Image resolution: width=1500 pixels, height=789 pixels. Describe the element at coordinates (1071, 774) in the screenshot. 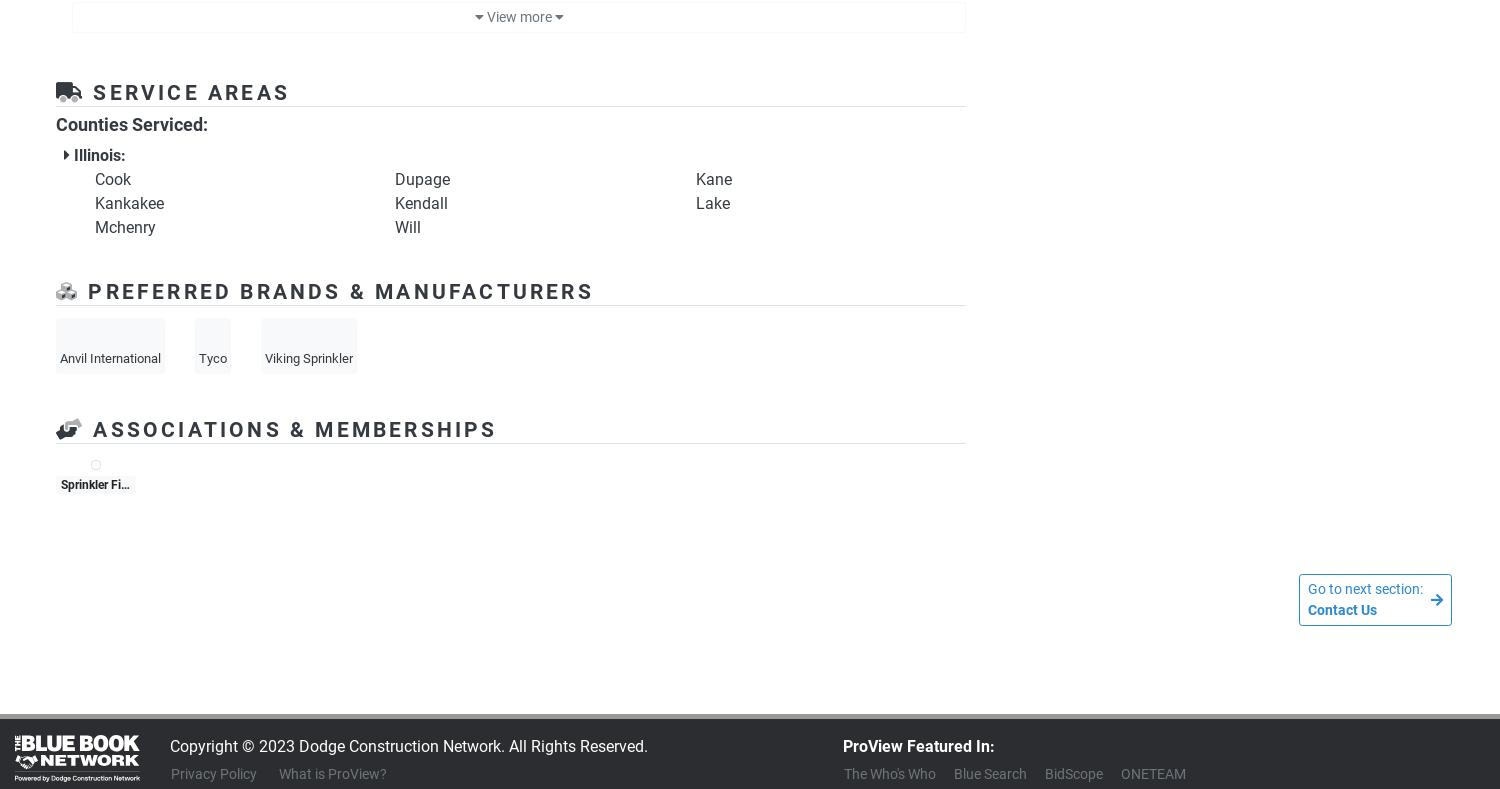

I see `'BidScope'` at that location.